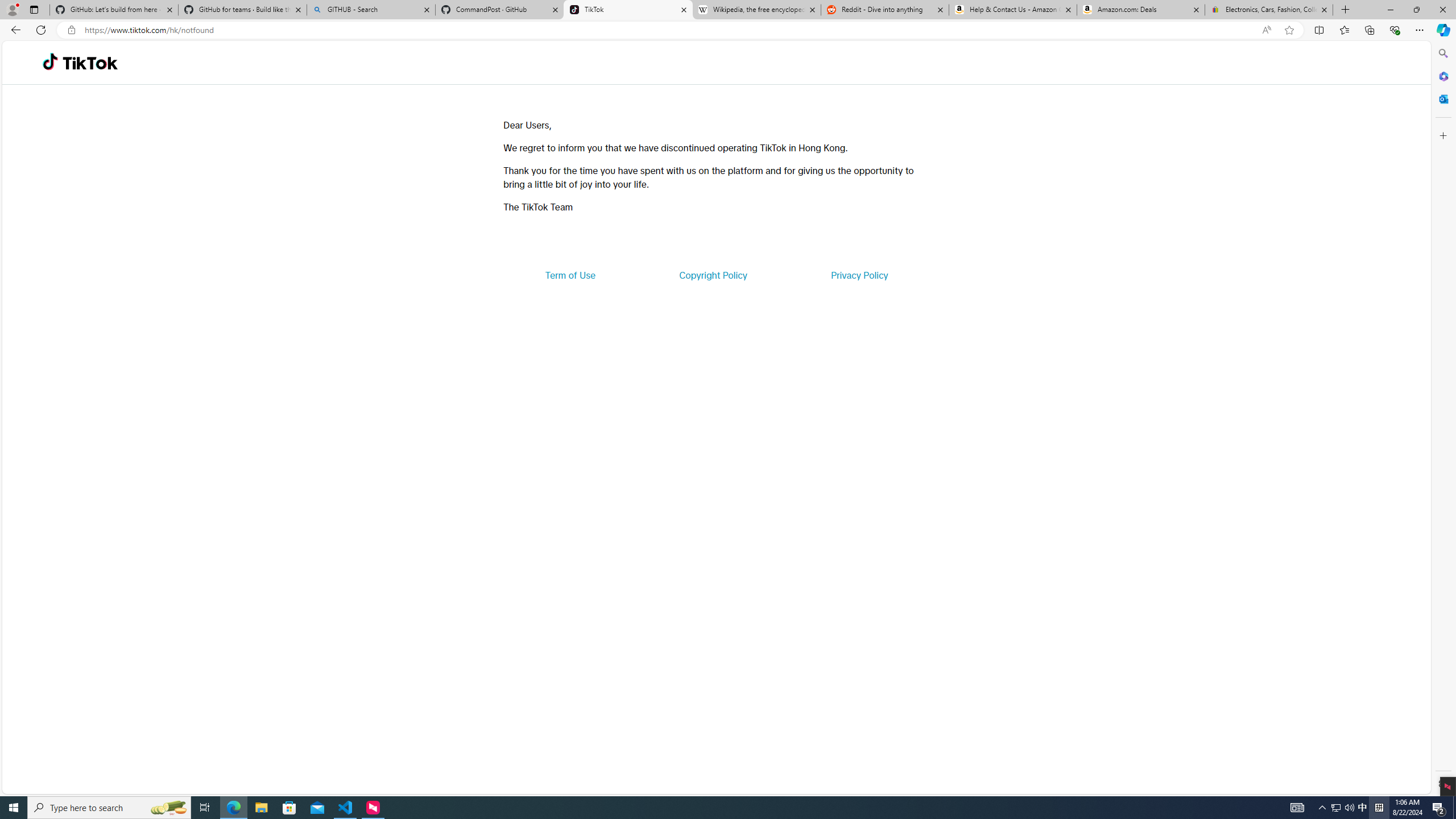  Describe the element at coordinates (40, 29) in the screenshot. I see `'Refresh'` at that location.